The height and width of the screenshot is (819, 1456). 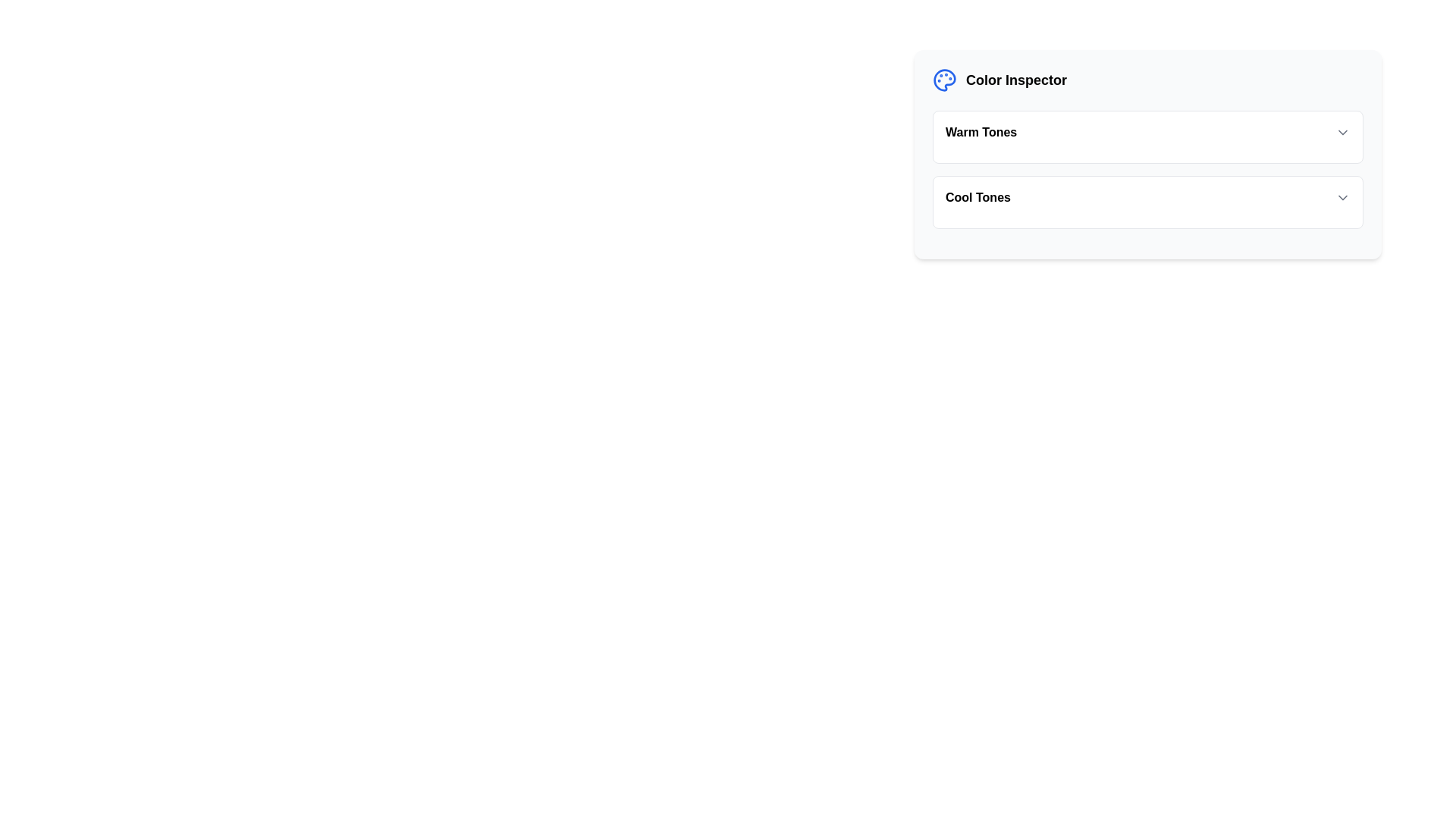 I want to click on the chevron icon button that toggles visibility for additional options related to 'Cool Tones', so click(x=1343, y=197).